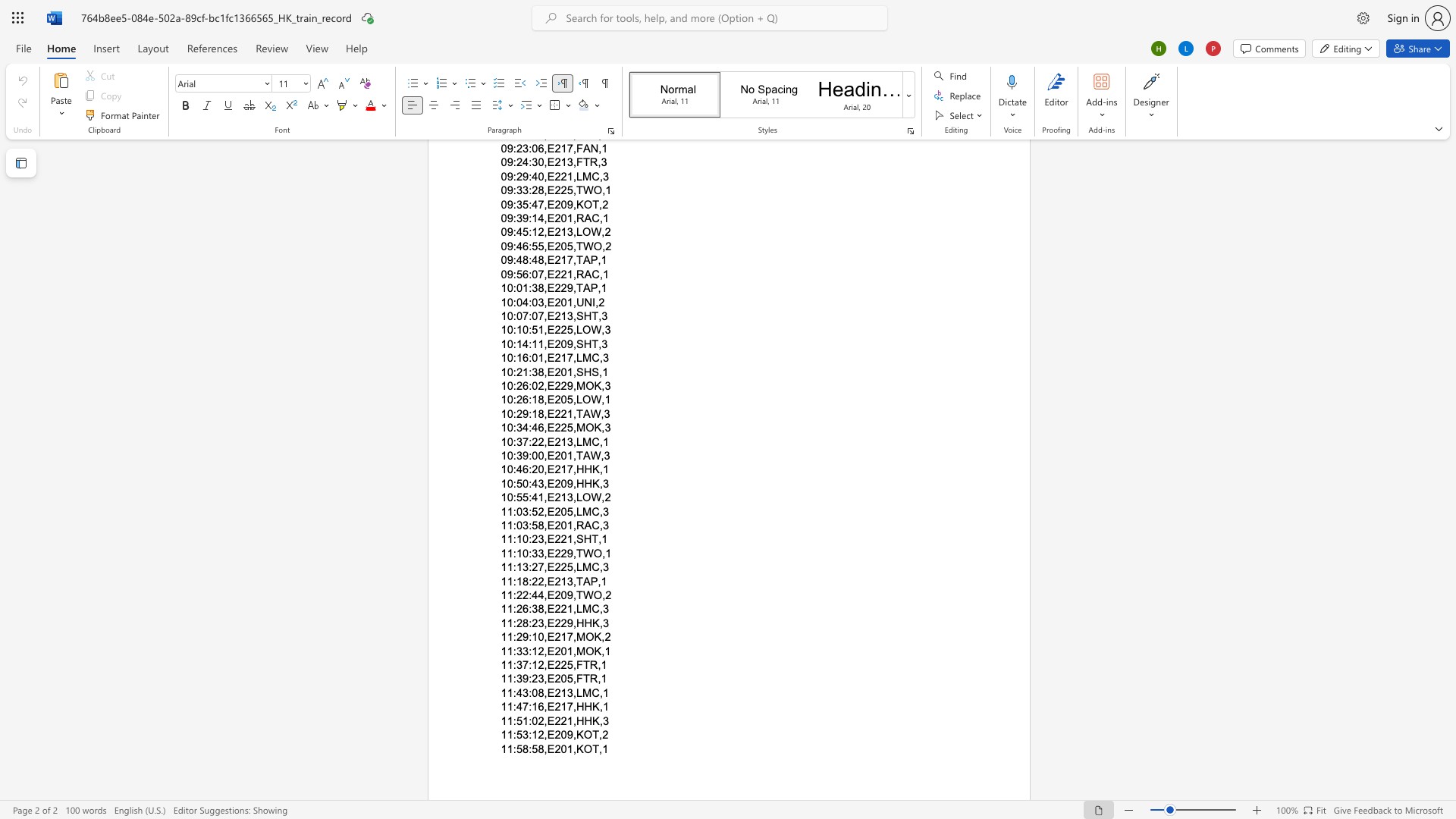  I want to click on the subset text "3,E22" within the text "11:28:23,E229,HHK,3", so click(538, 623).